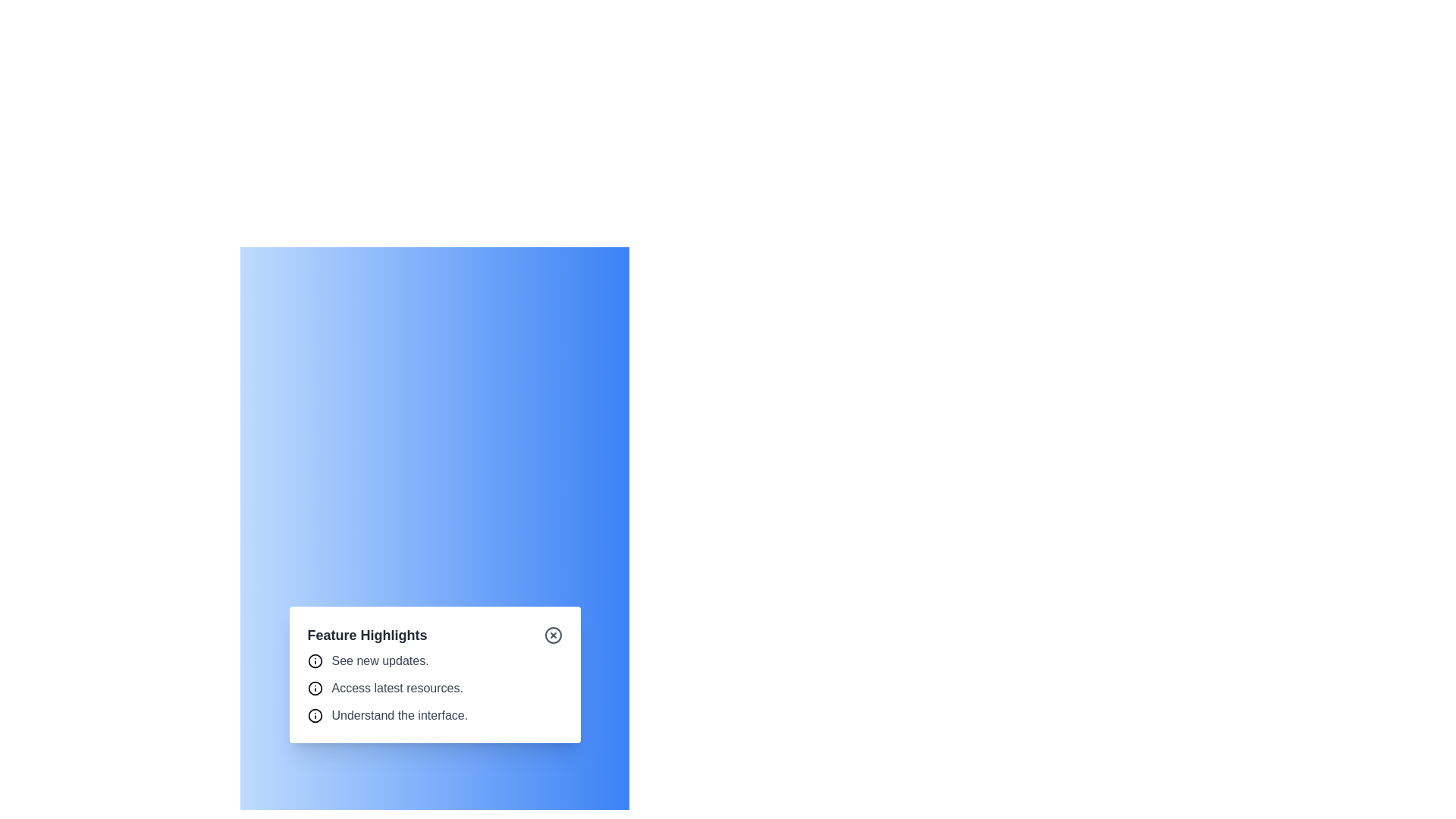 The image size is (1456, 819). What do you see at coordinates (434, 716) in the screenshot?
I see `the icon of the third item in the 'Feature Highlights' list` at bounding box center [434, 716].